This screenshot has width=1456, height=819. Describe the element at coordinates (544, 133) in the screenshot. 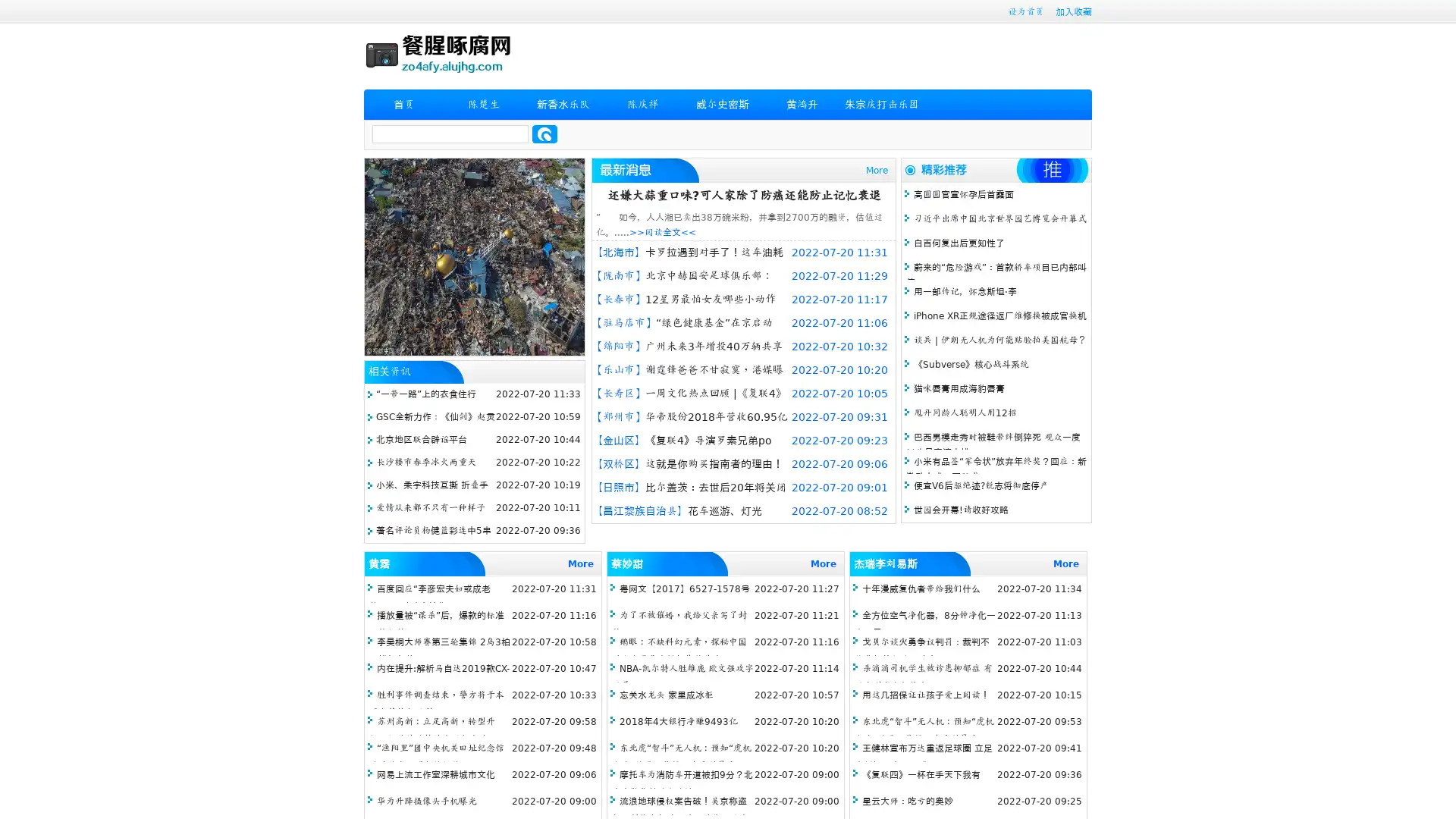

I see `Search` at that location.